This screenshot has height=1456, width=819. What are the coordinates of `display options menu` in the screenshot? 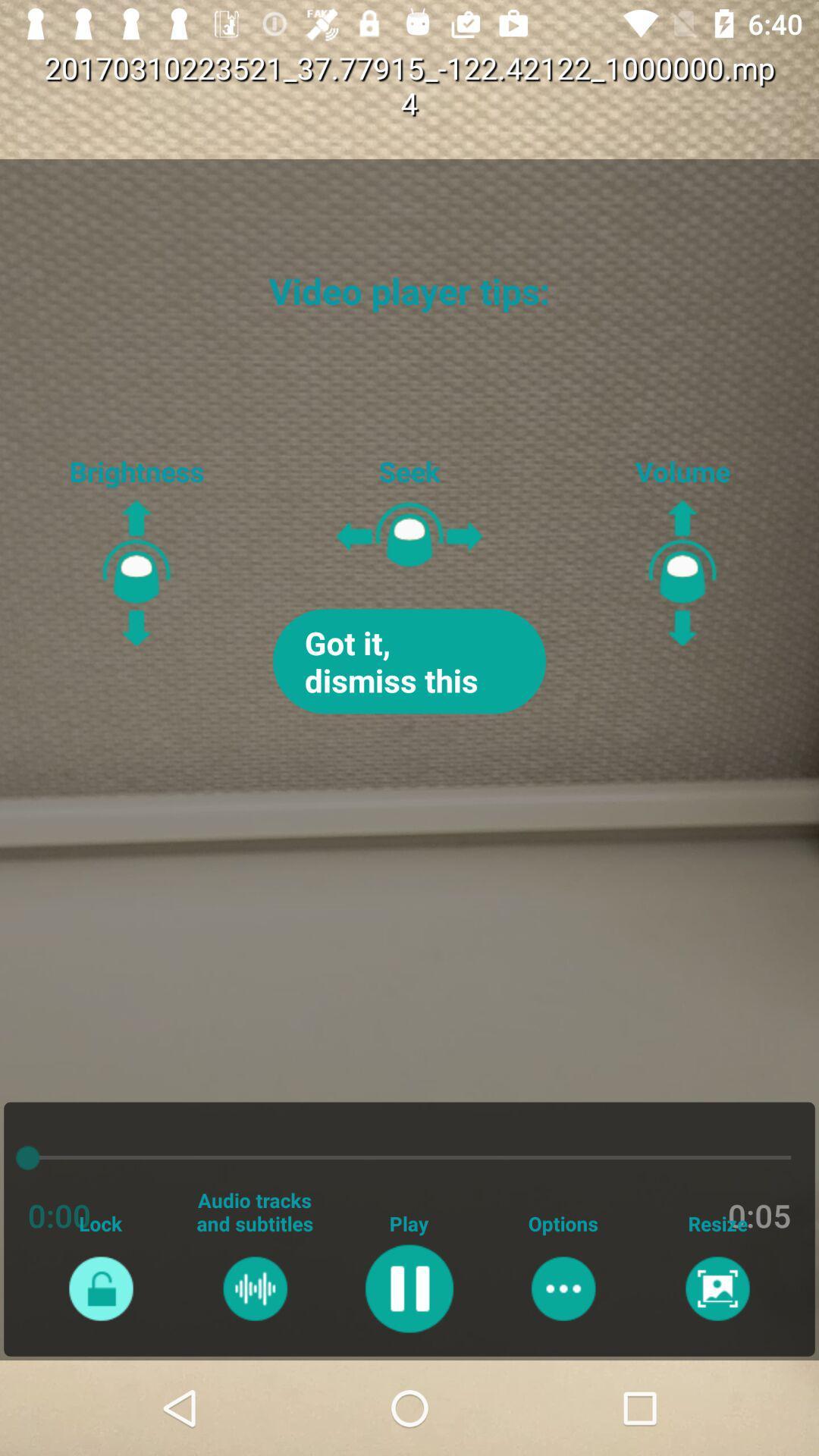 It's located at (563, 1288).